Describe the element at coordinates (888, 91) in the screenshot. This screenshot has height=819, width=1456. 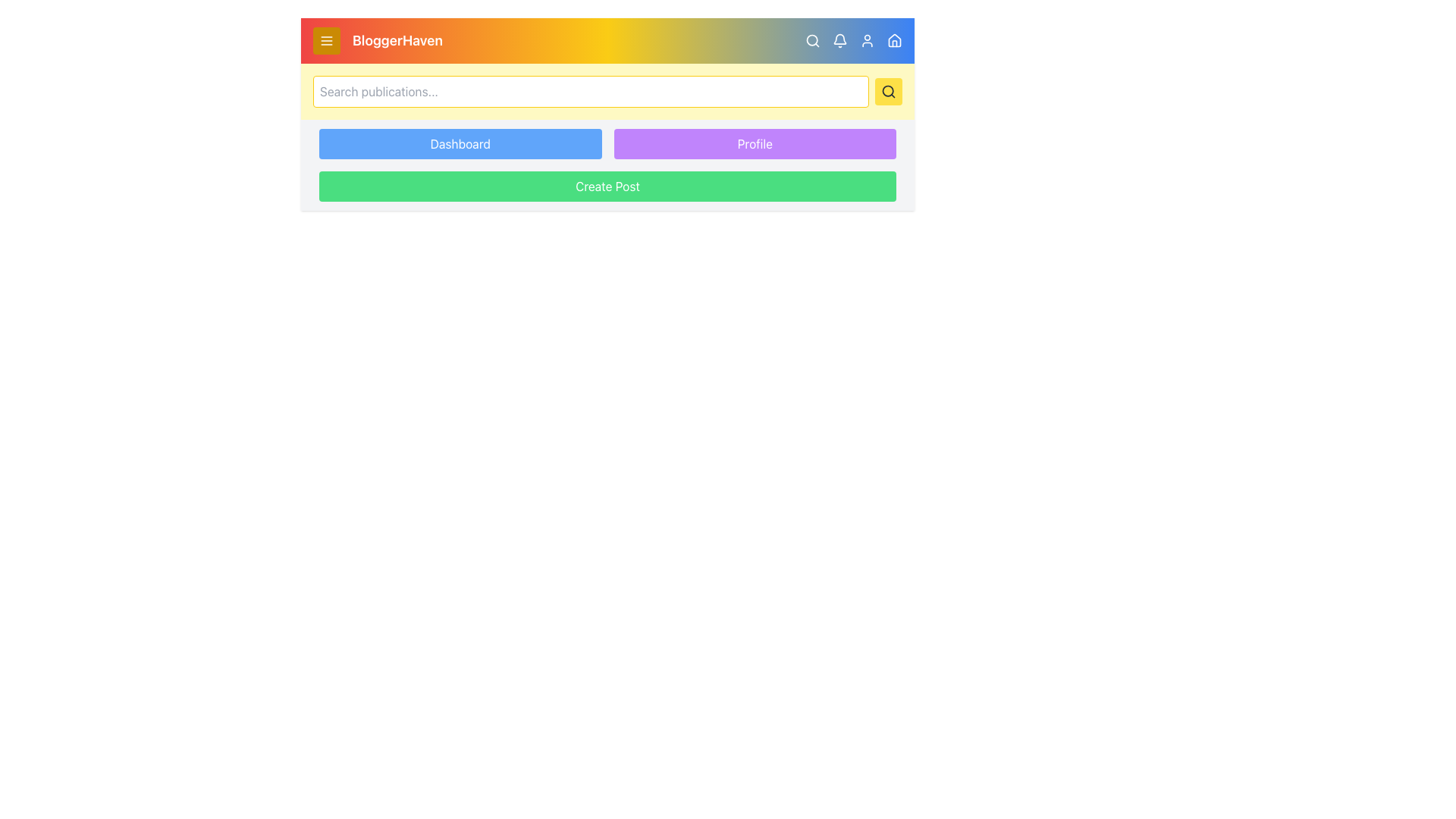
I see `the search button located at the far right of the search input field to initiate a search action` at that location.